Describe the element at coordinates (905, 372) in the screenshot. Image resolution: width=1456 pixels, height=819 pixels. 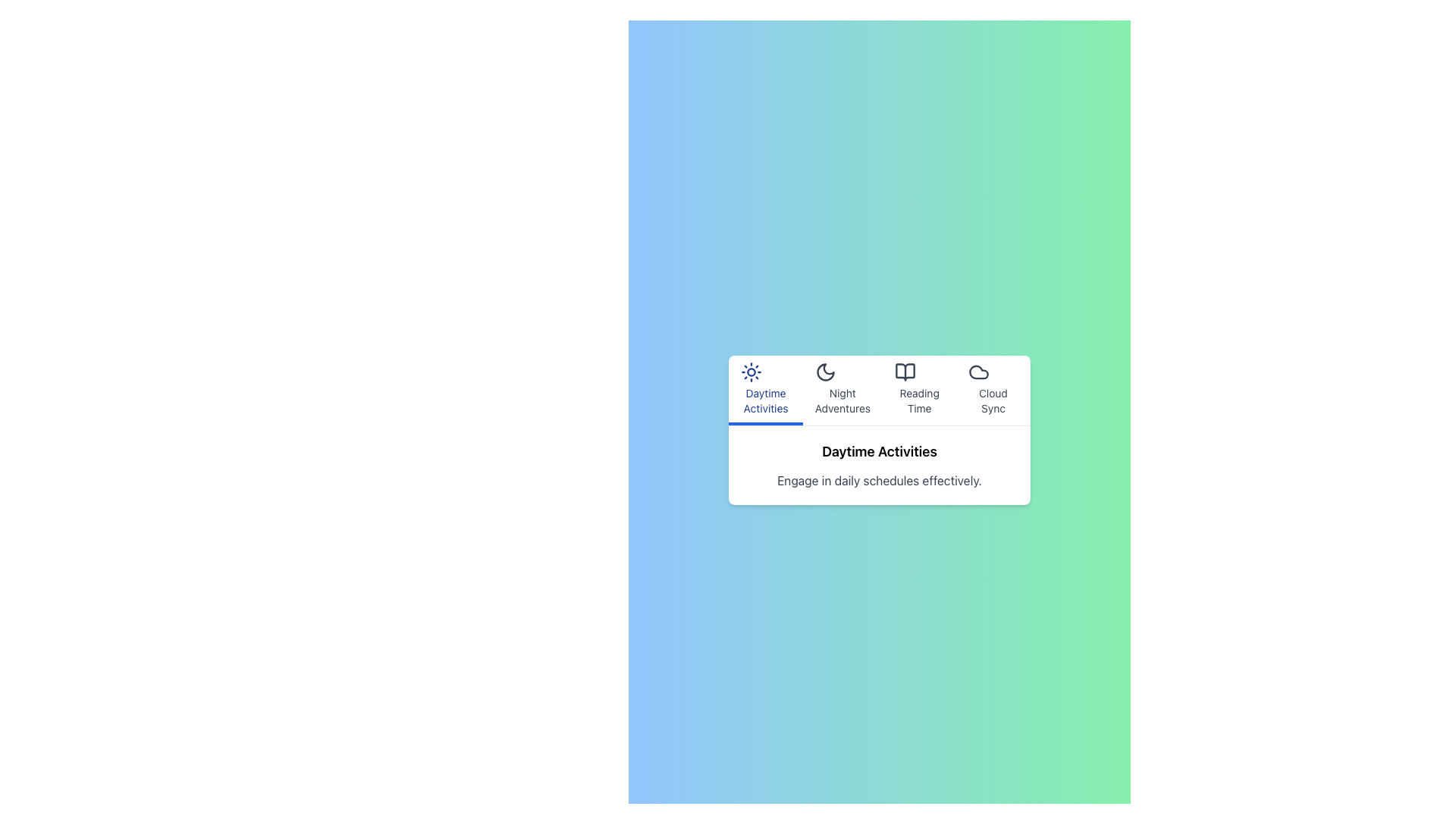
I see `the 'Reading Time' icon, which is an open book icon with a minimalistic outline style` at that location.